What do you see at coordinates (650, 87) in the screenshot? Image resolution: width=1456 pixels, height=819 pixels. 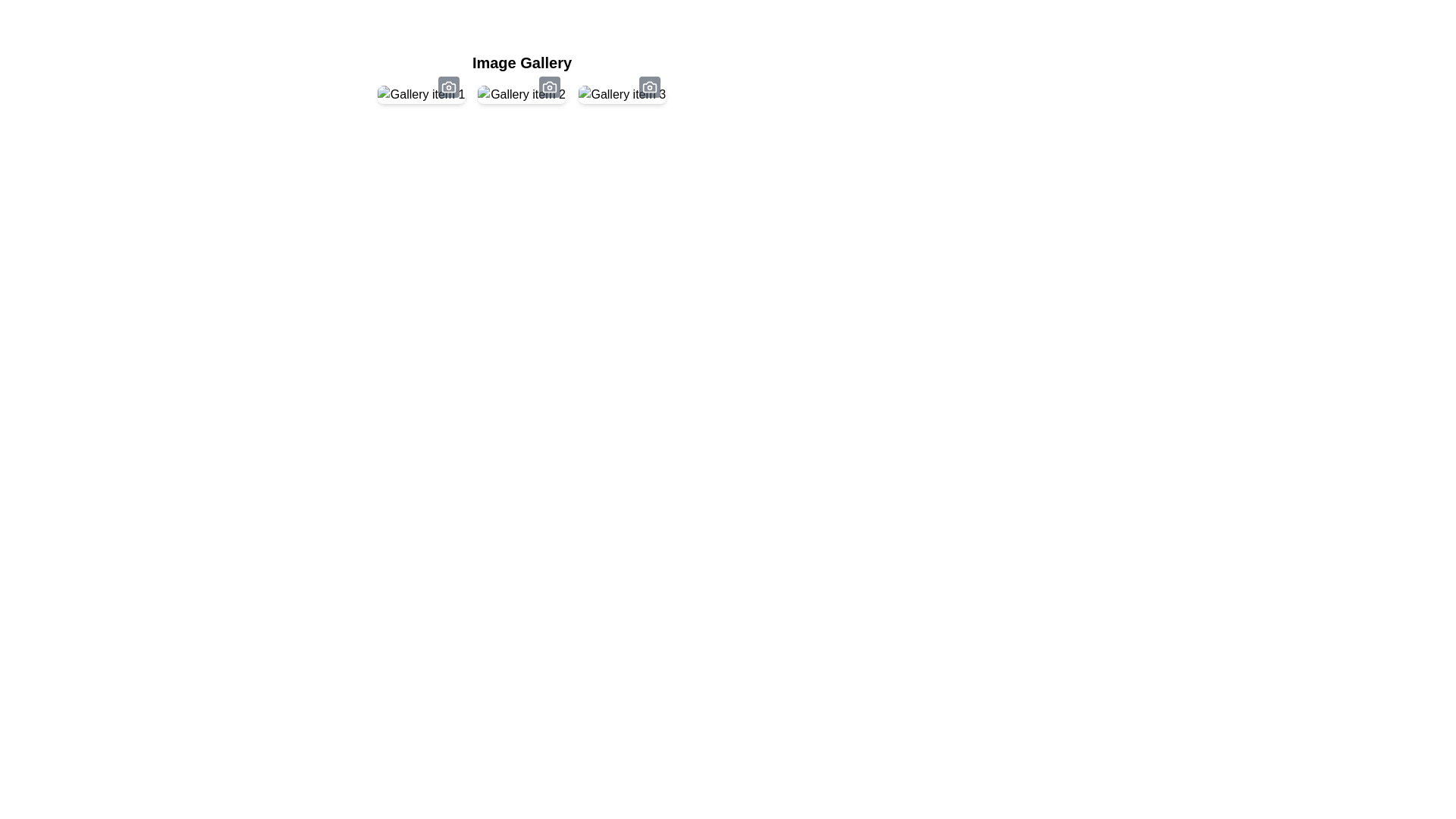 I see `the minimalistic camera icon located at the bottom-right corner of the third item in the 'Image Gallery'` at bounding box center [650, 87].